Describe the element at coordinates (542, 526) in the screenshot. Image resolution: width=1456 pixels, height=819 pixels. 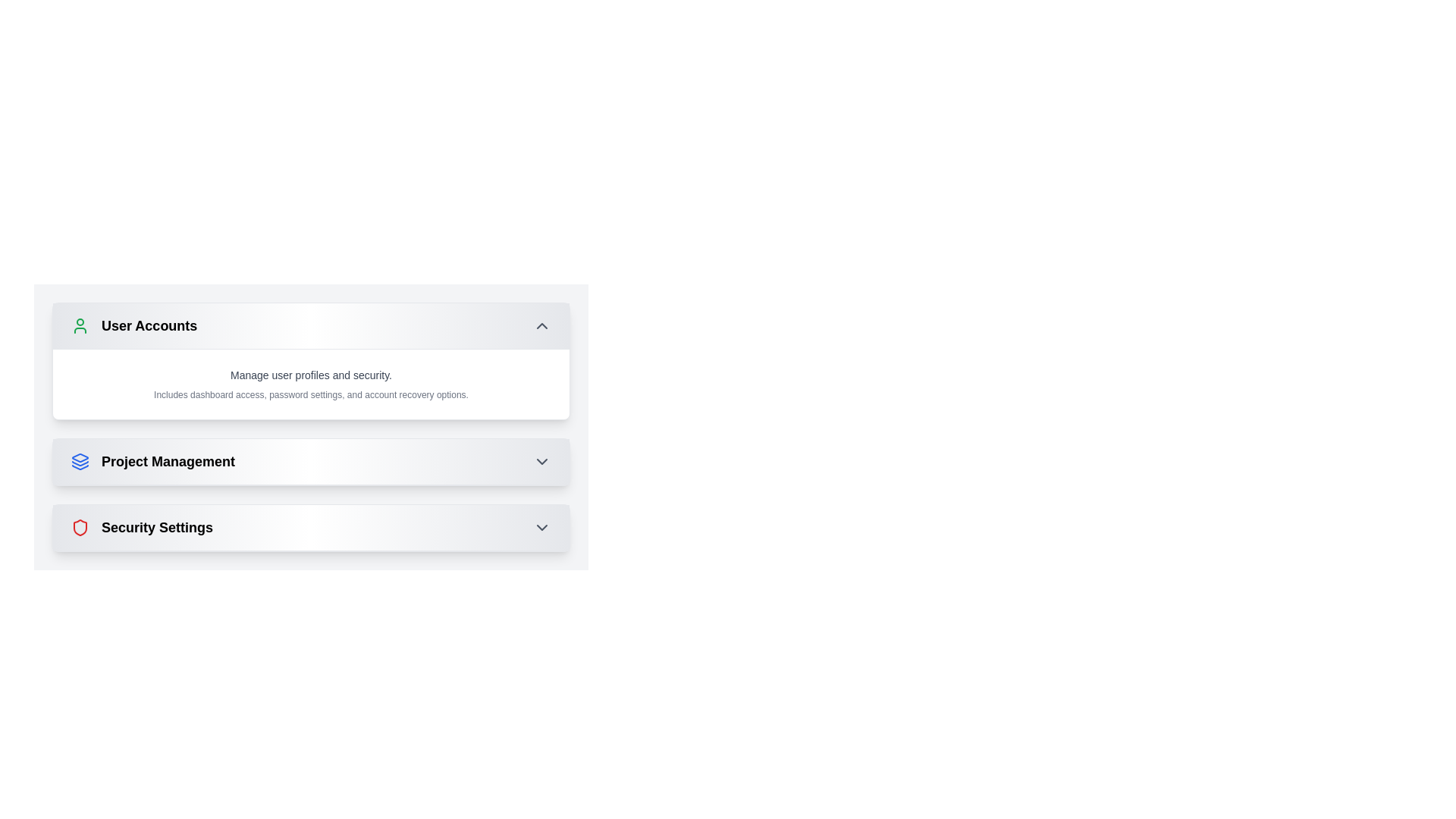
I see `the downward chevron icon located at the far right of the 'Security Settings' section header` at that location.